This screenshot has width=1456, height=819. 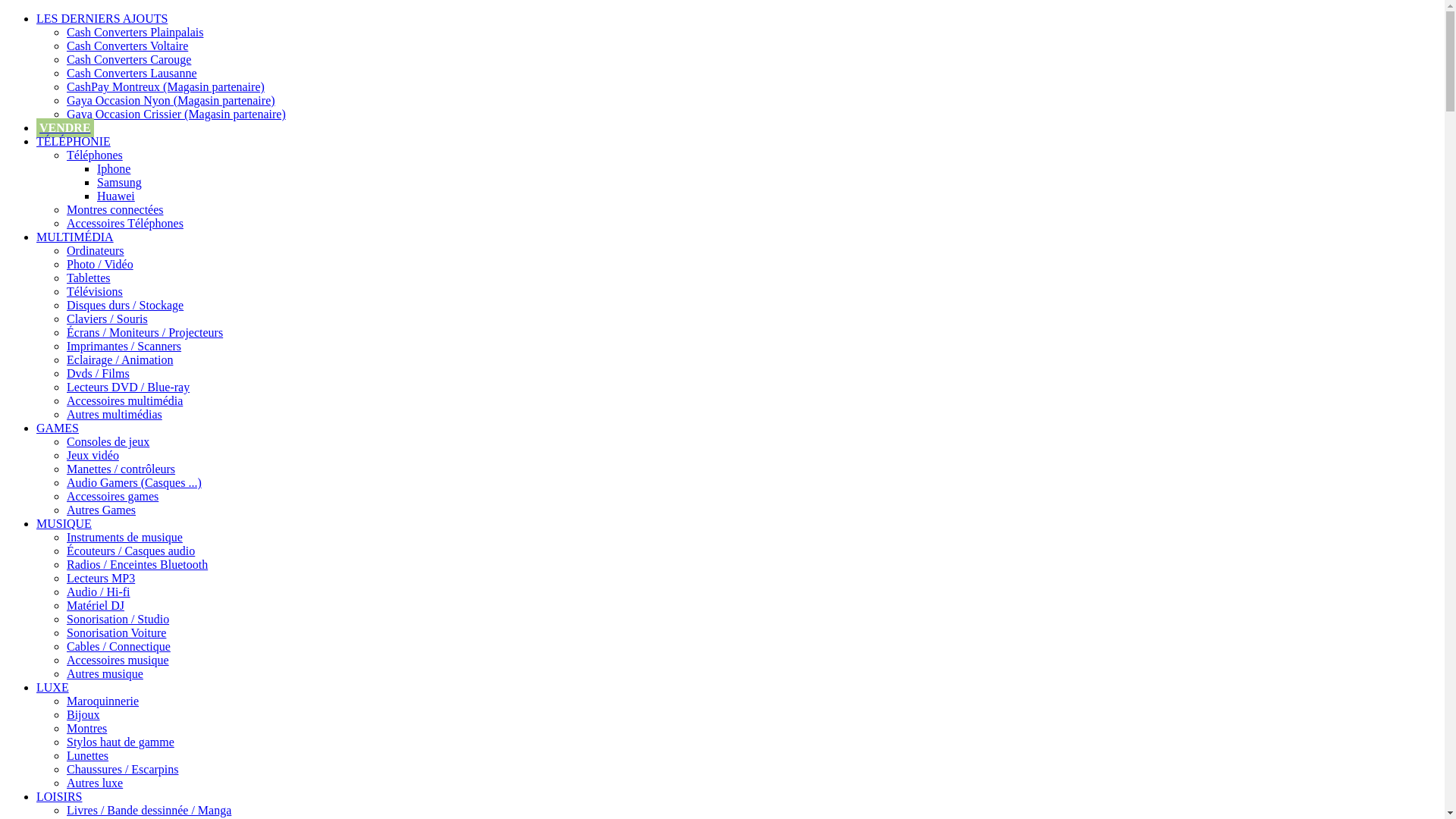 I want to click on 'Instruments de musique', so click(x=124, y=536).